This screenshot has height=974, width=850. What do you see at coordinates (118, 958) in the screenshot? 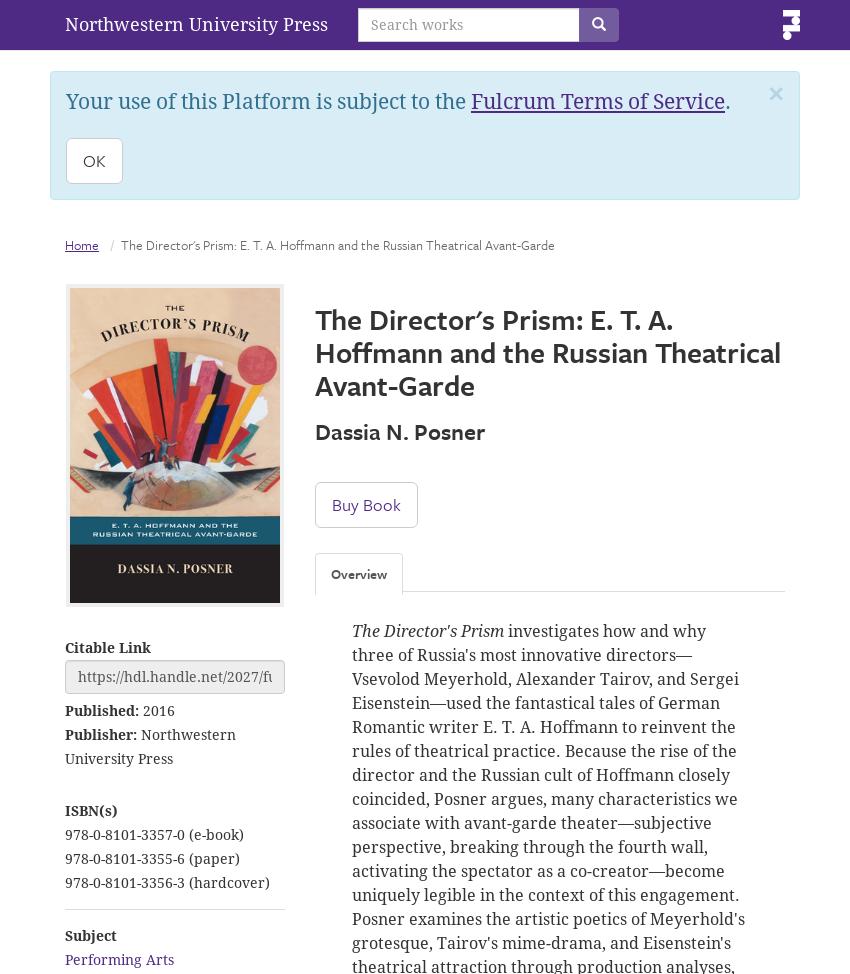
I see `'Performing Arts'` at bounding box center [118, 958].